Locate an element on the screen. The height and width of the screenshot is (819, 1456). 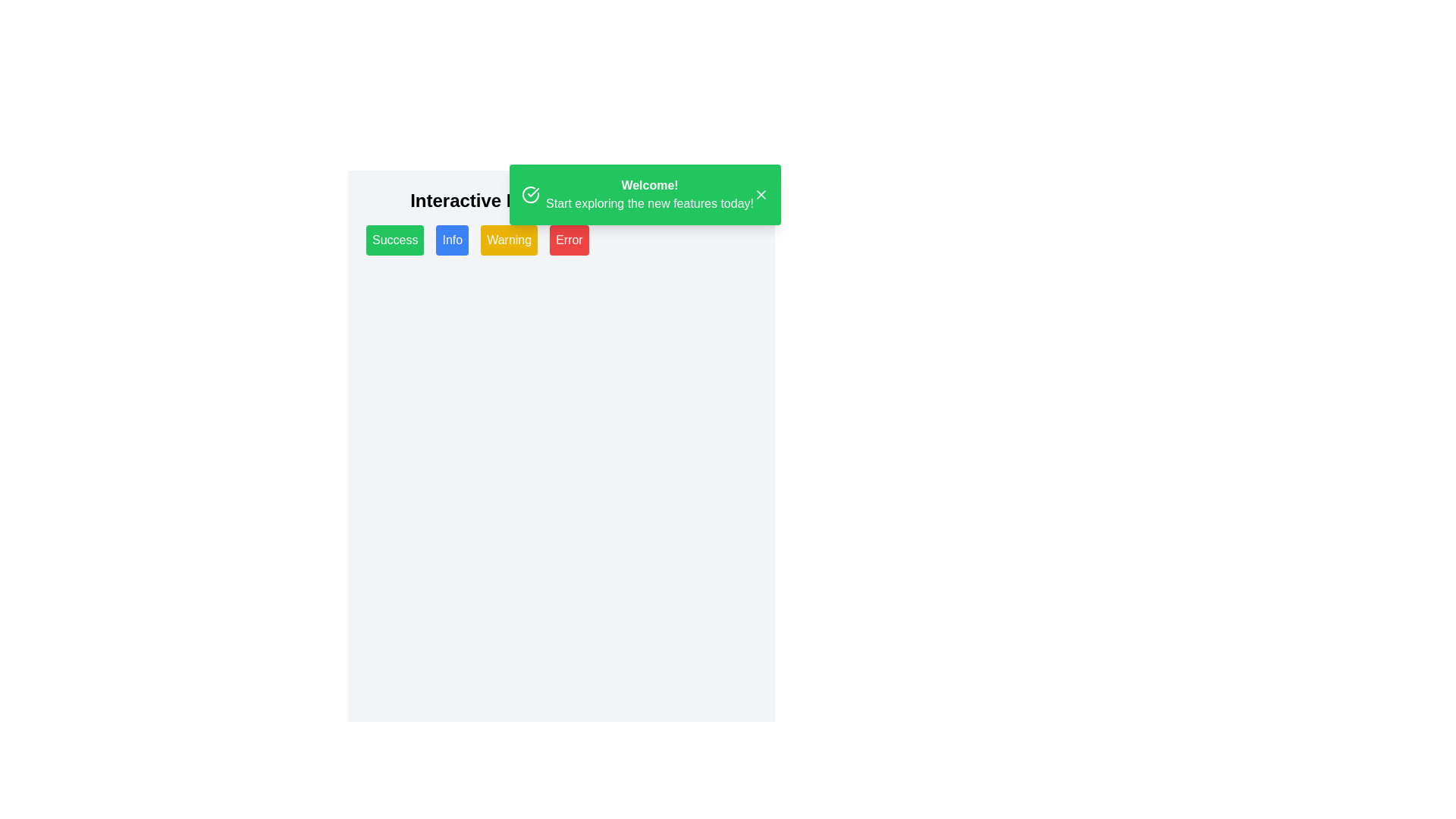
the informational button located between the 'Success' button and the 'Warning' button in the top-left group of buttons is located at coordinates (451, 239).